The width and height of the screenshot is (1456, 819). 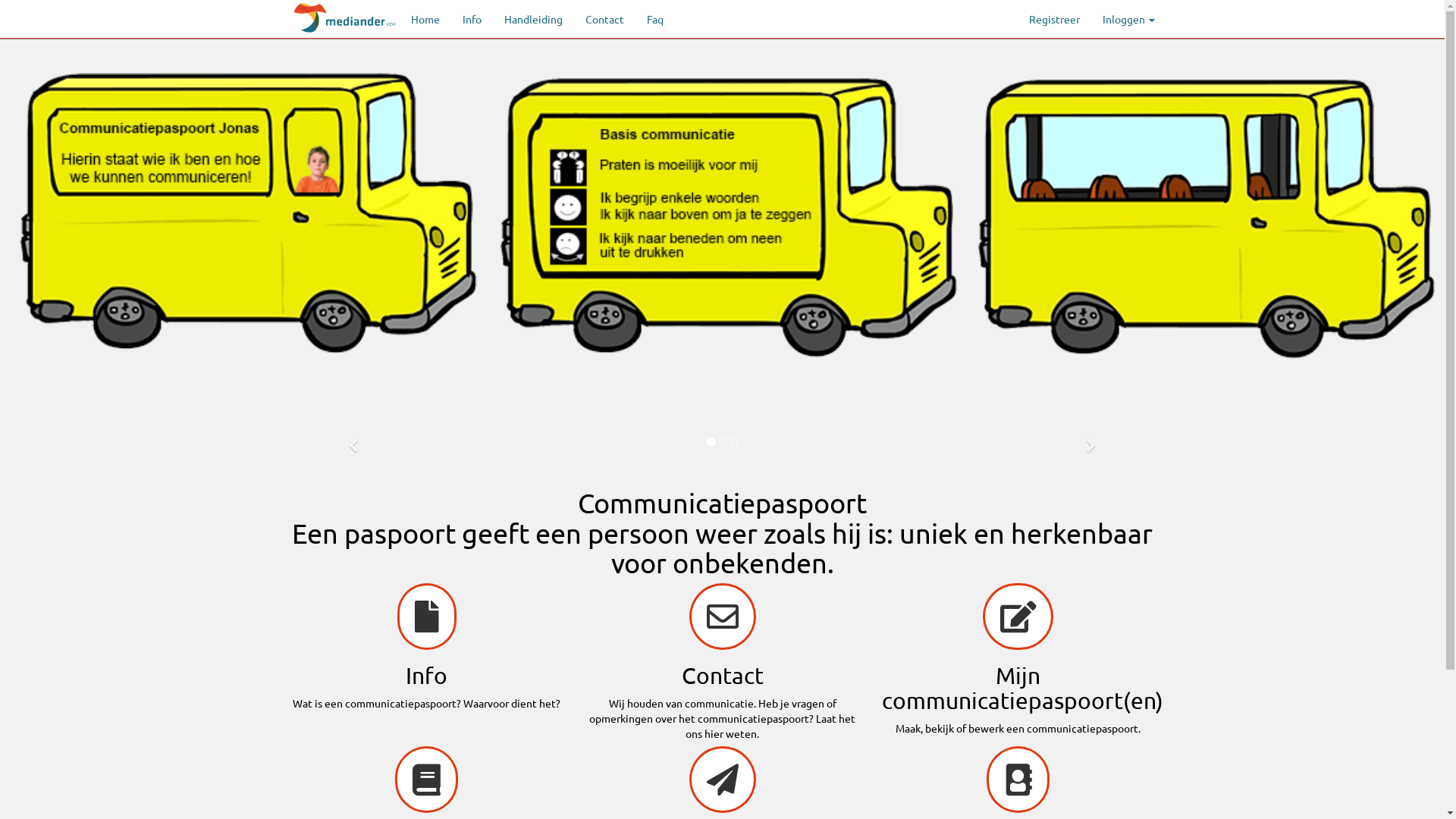 I want to click on 'Vorige', so click(x=353, y=441).